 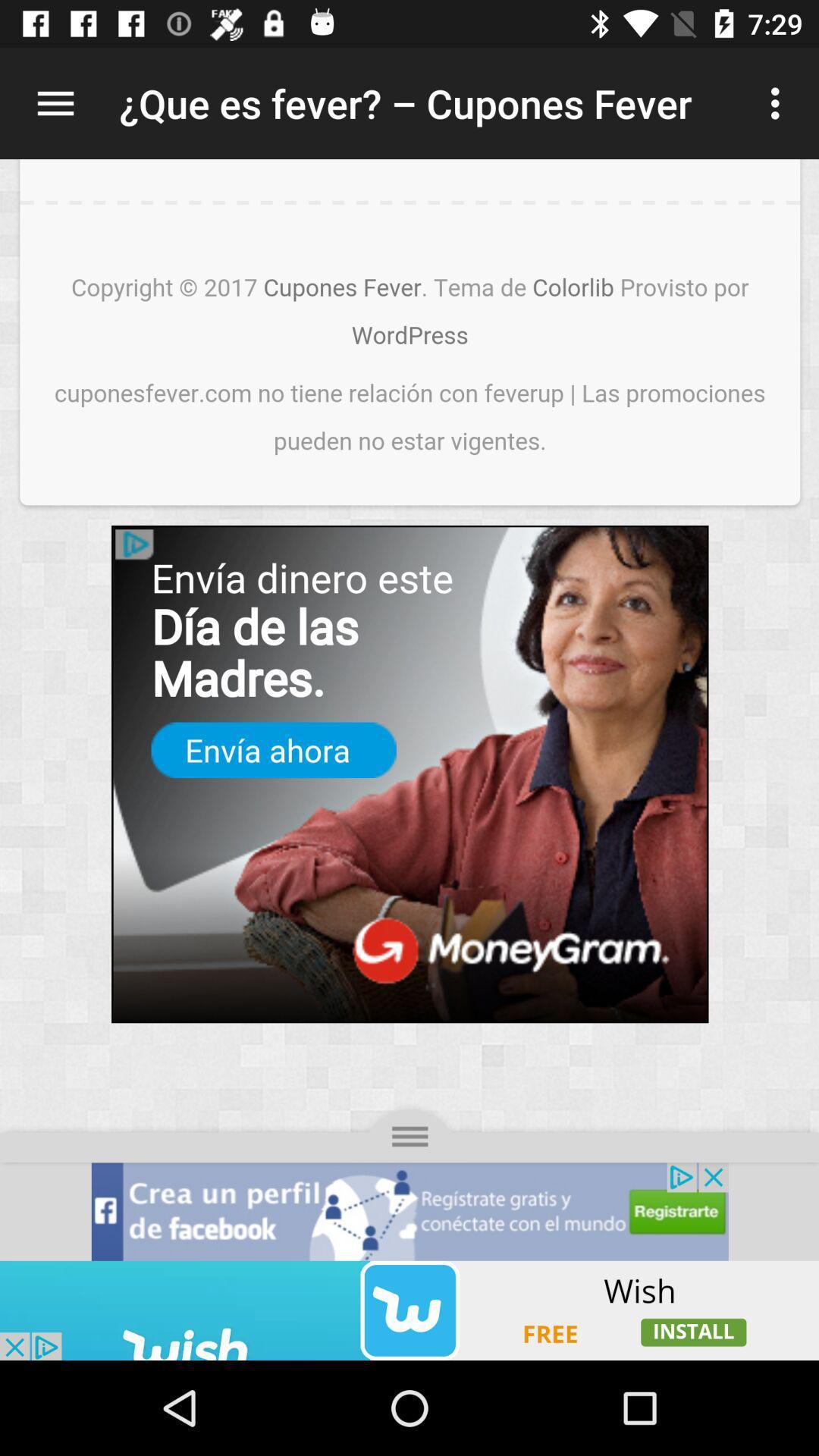 What do you see at coordinates (409, 1310) in the screenshot?
I see `advertising` at bounding box center [409, 1310].